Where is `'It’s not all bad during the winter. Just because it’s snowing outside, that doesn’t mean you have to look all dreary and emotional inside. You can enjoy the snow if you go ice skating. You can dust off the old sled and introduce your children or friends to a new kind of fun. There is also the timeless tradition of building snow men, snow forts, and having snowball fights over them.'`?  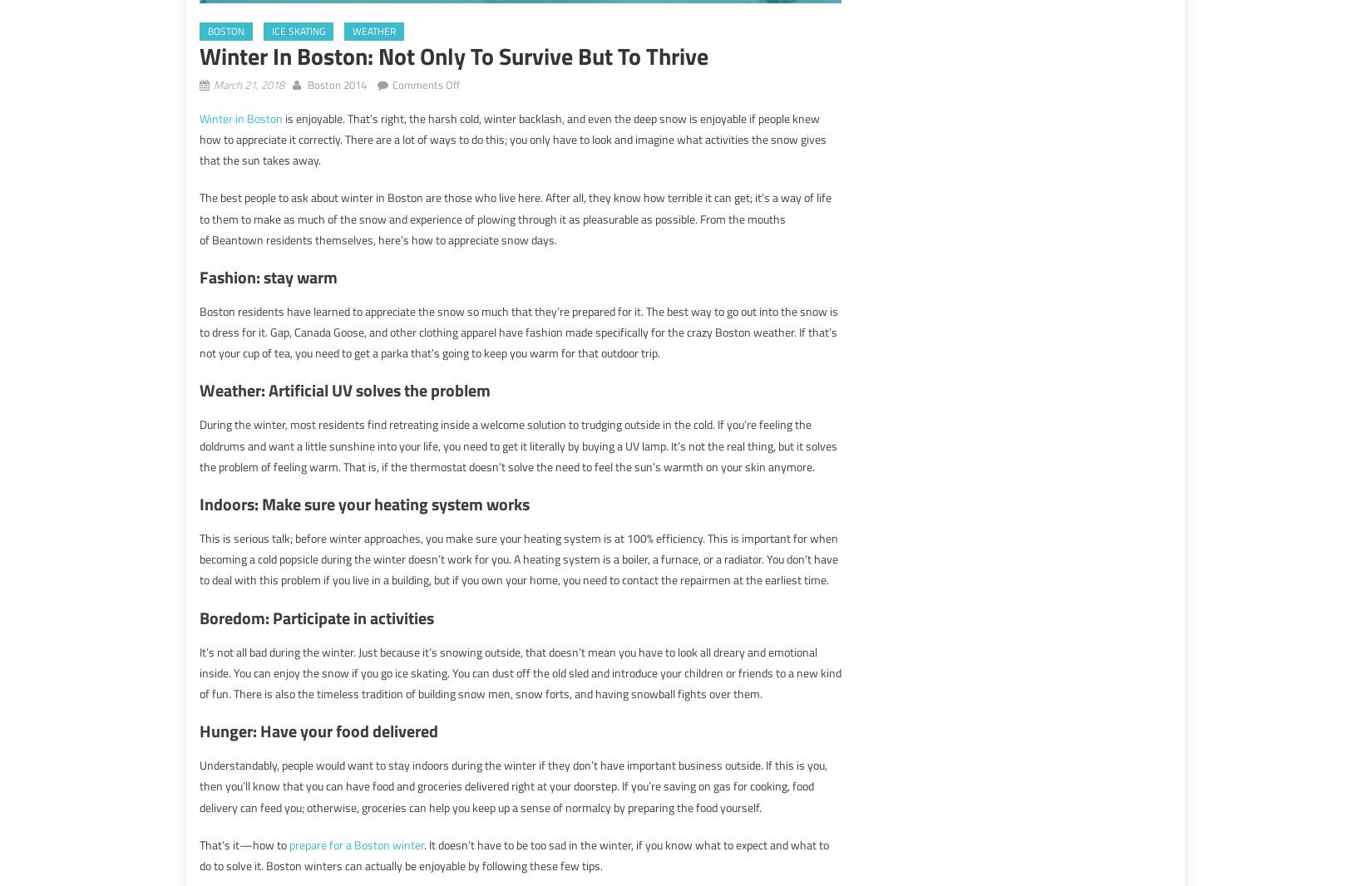
'It’s not all bad during the winter. Just because it’s snowing outside, that doesn’t mean you have to look all dreary and emotional inside. You can enjoy the snow if you go ice skating. You can dust off the old sled and introduce your children or friends to a new kind of fun. There is also the timeless tradition of building snow men, snow forts, and having snowball fights over them.' is located at coordinates (520, 672).